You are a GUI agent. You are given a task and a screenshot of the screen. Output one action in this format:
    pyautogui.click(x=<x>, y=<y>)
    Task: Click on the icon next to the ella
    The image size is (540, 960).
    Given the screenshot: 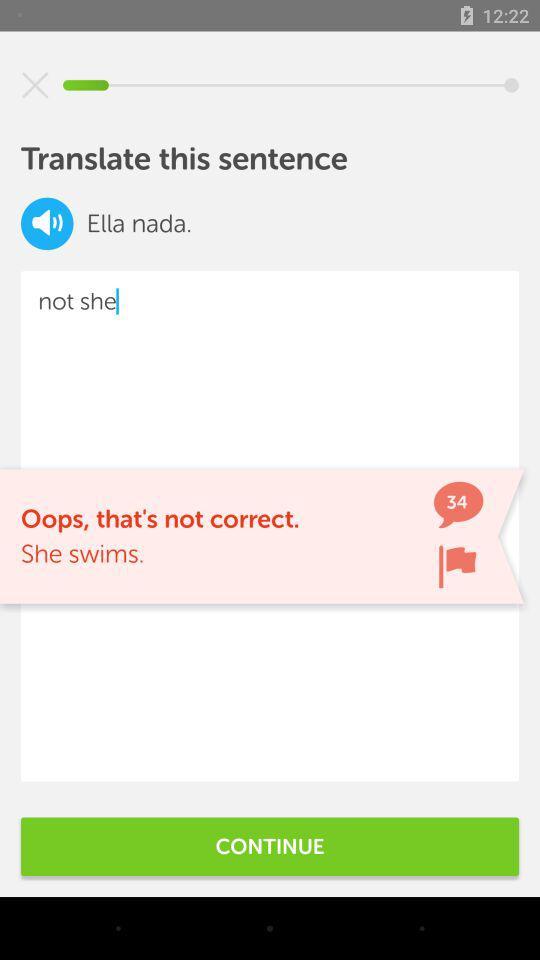 What is the action you would take?
    pyautogui.click(x=47, y=223)
    